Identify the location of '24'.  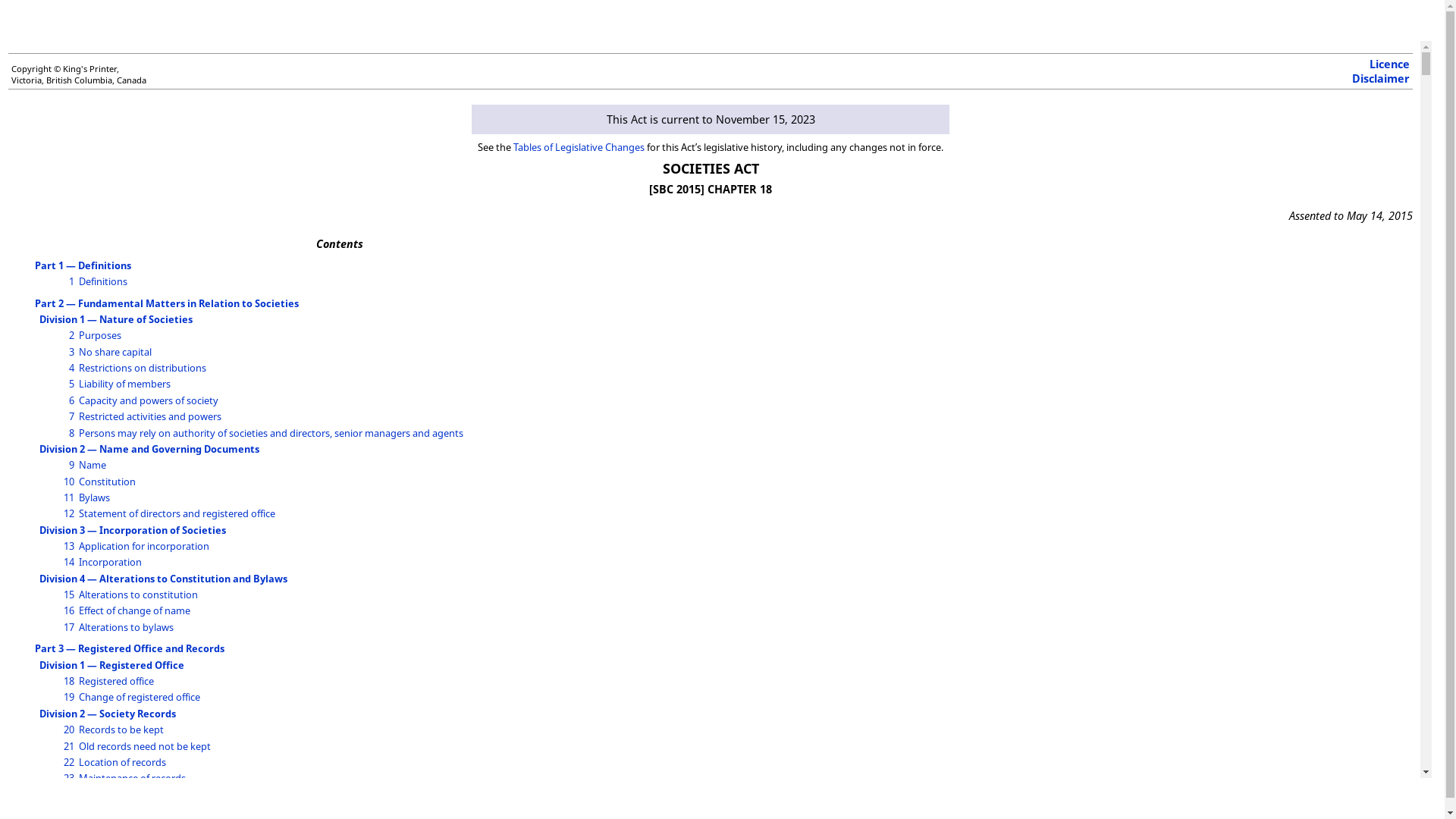
(68, 794).